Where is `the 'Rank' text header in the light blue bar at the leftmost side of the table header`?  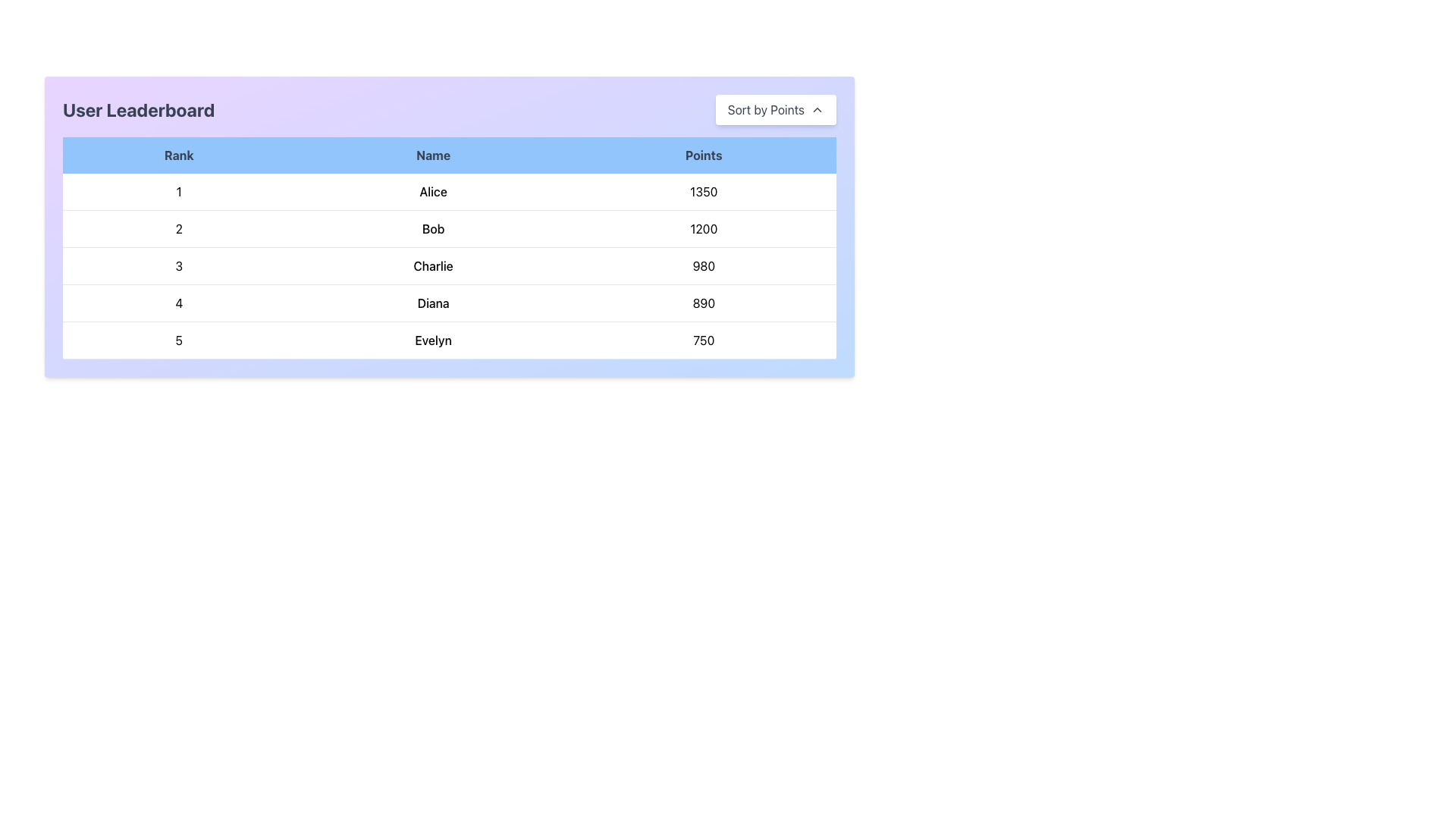
the 'Rank' text header in the light blue bar at the leftmost side of the table header is located at coordinates (179, 155).